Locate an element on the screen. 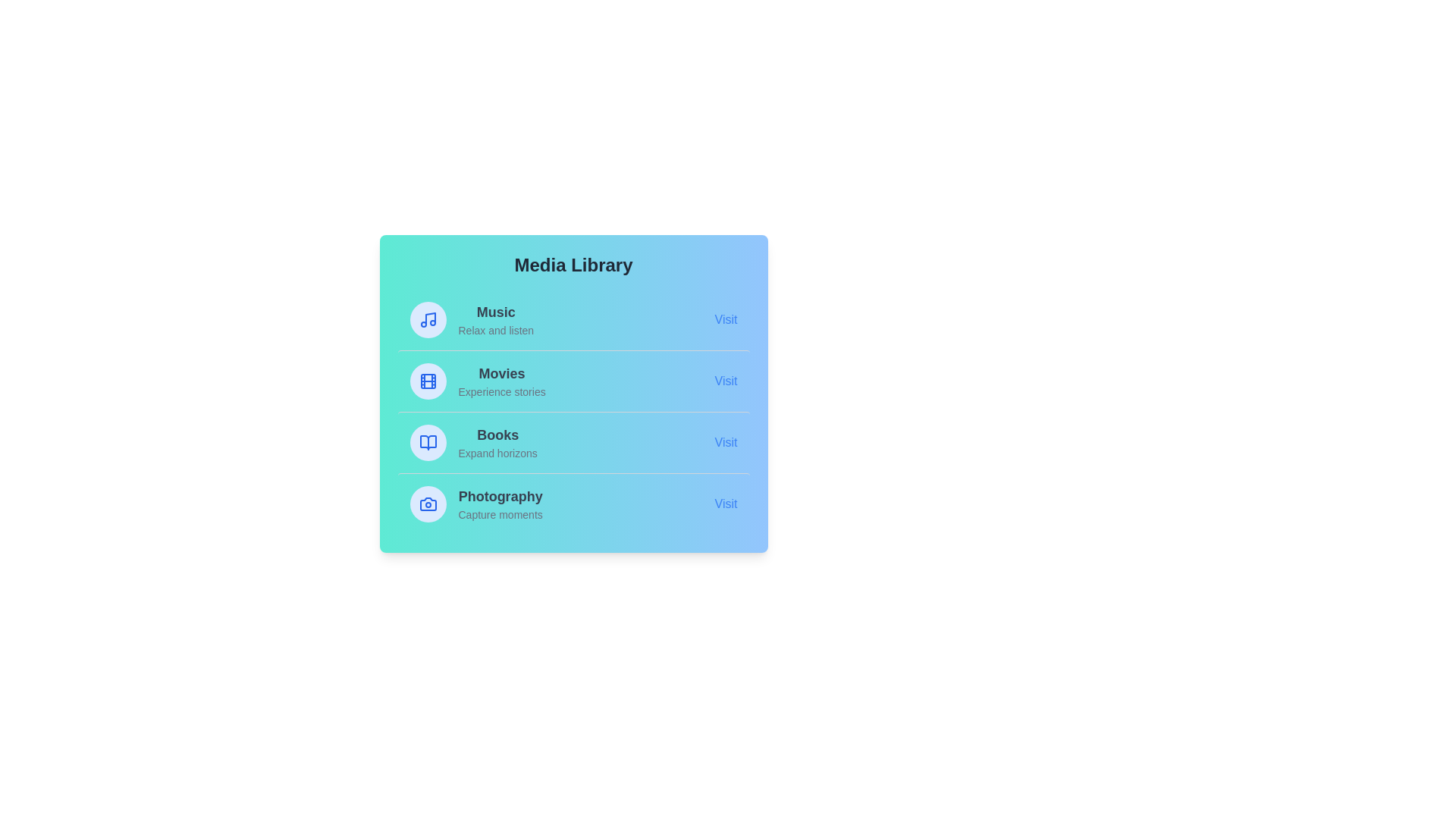 The height and width of the screenshot is (819, 1456). the media item Photography to observe the hover effect is located at coordinates (573, 504).